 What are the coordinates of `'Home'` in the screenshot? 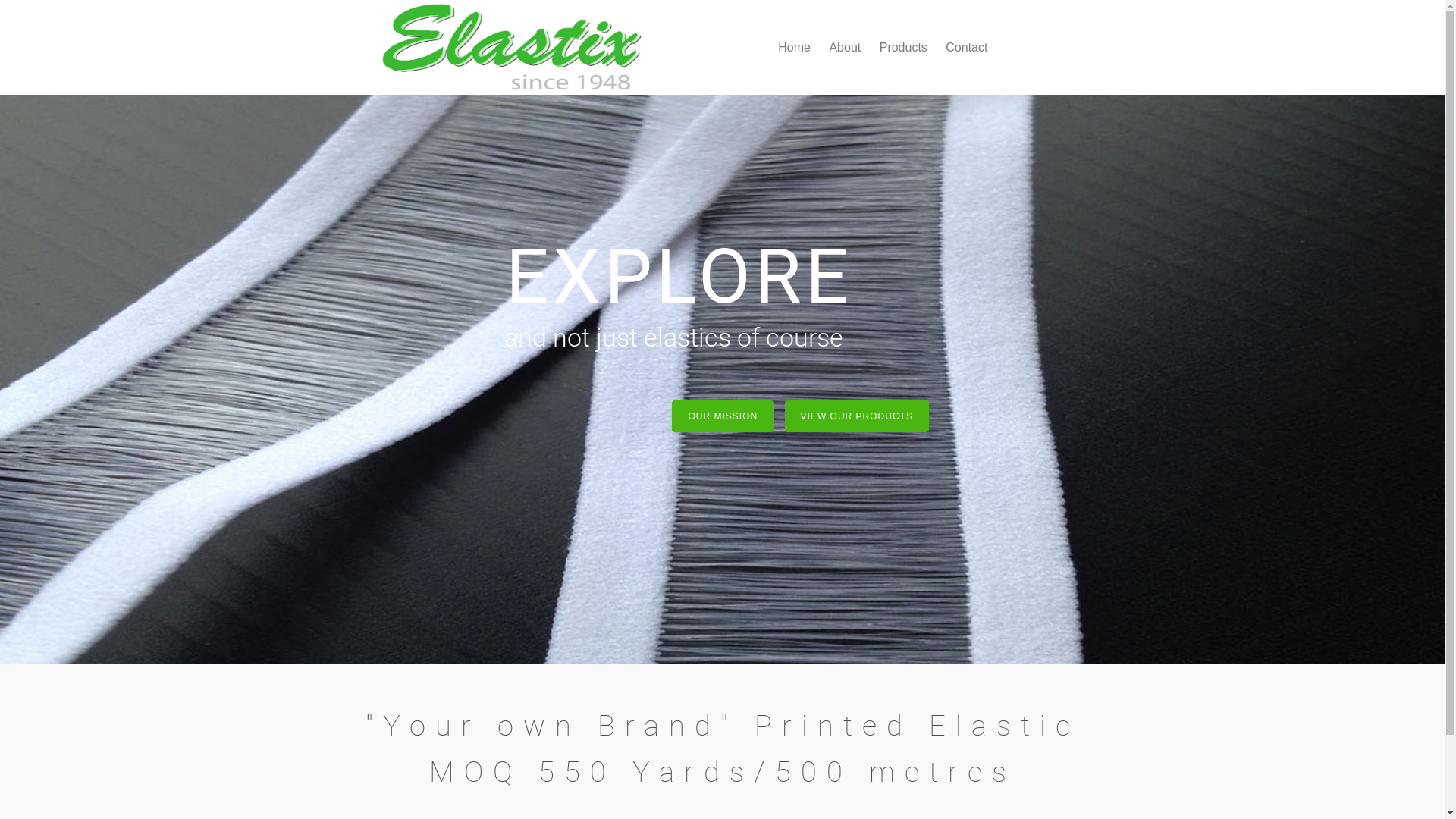 It's located at (793, 45).